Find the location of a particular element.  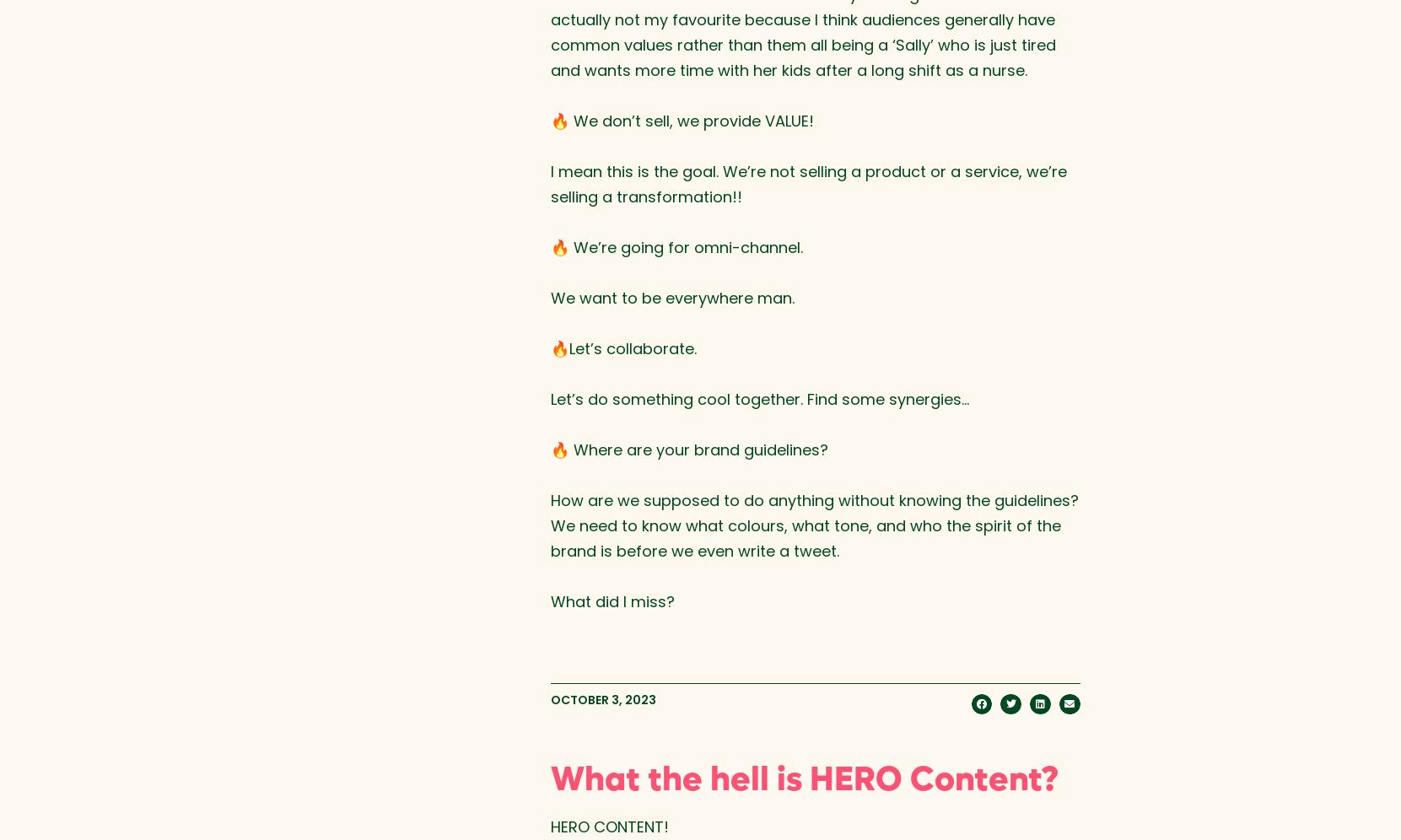

'We want to be everywhere man.⁠' is located at coordinates (549, 297).